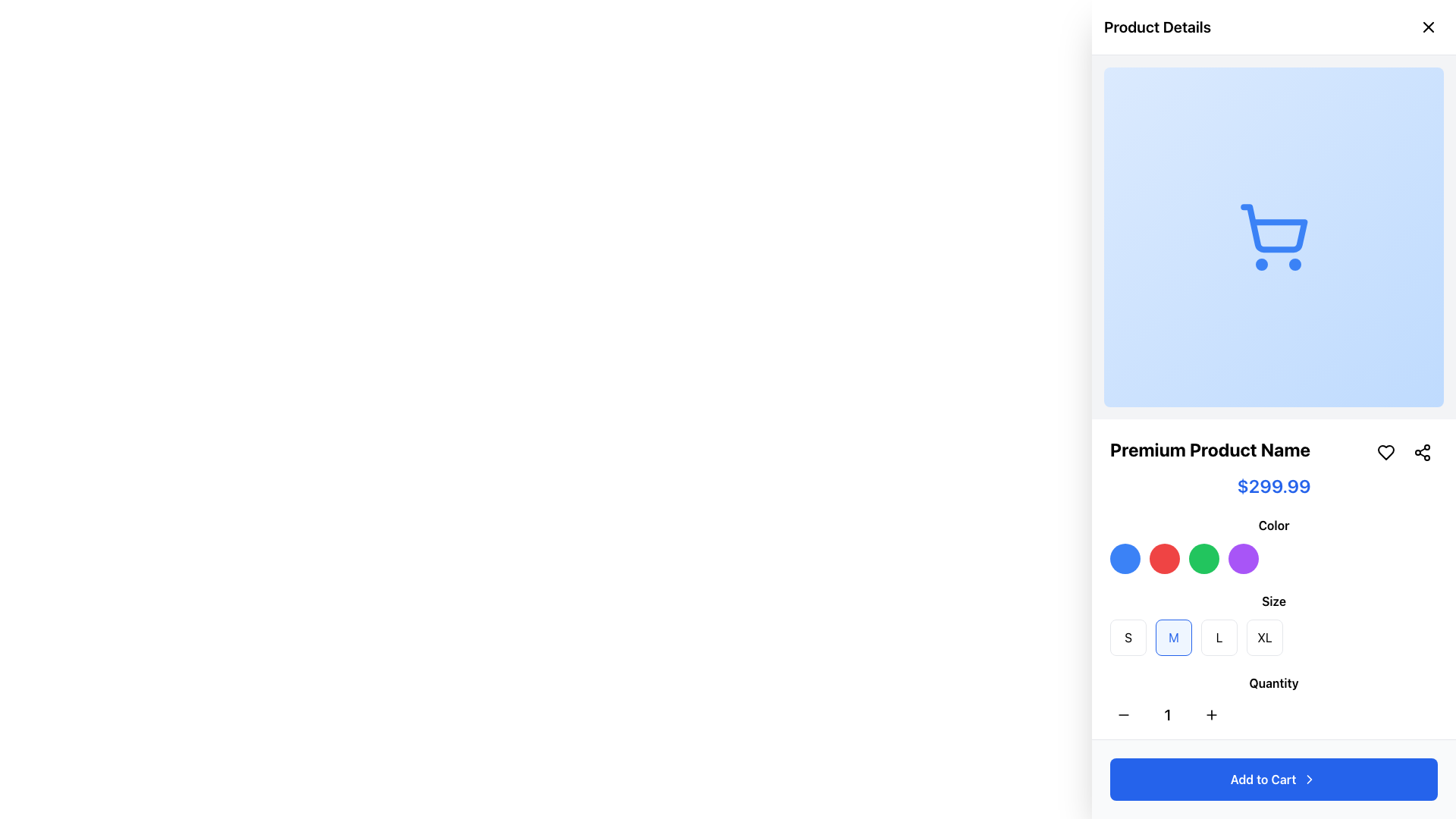  Describe the element at coordinates (1386, 452) in the screenshot. I see `the heart-shaped icon located in the top-right of the product details section` at that location.